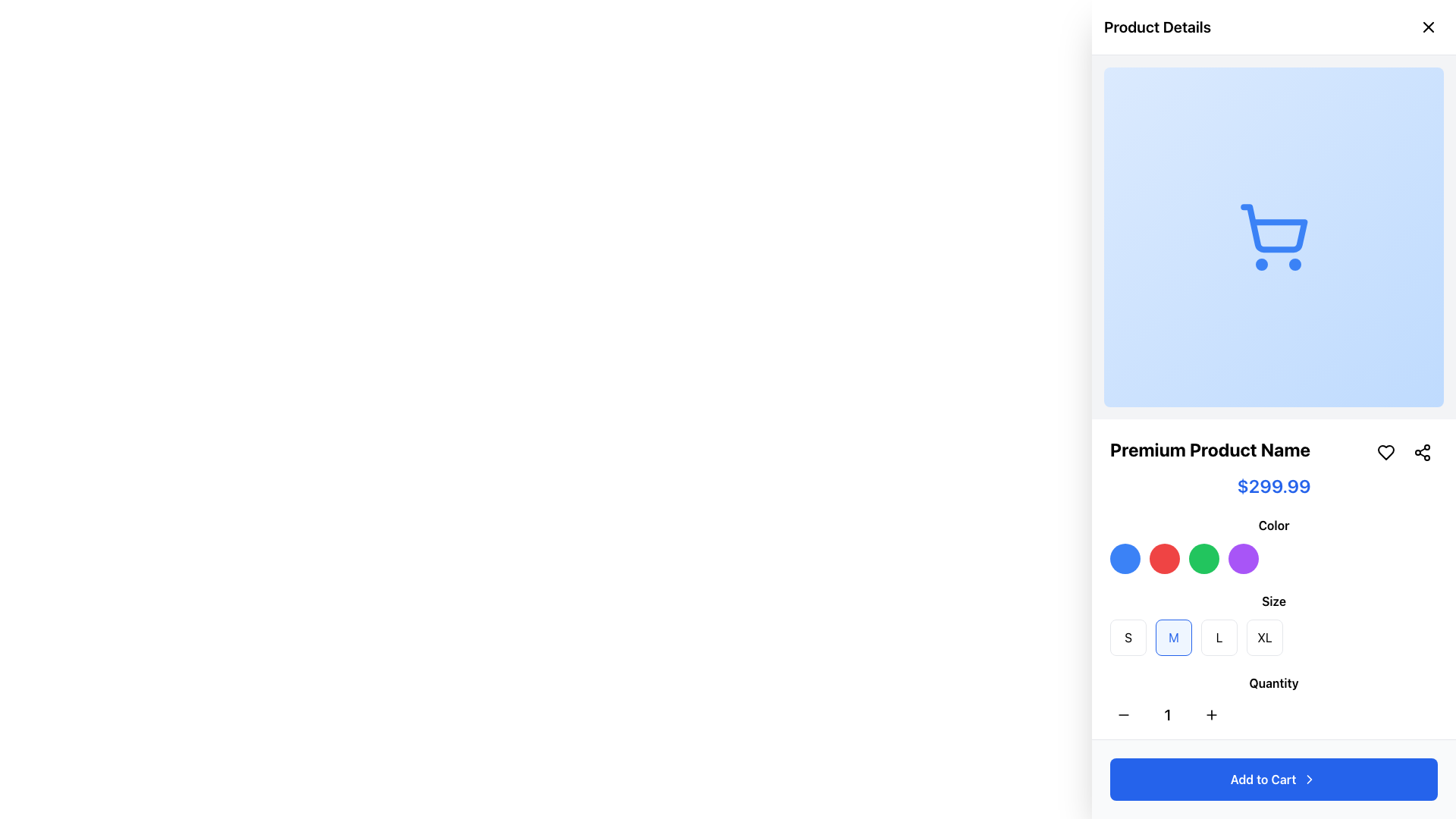  Describe the element at coordinates (1386, 452) in the screenshot. I see `the heart-shaped icon located in the top-right of the product details section` at that location.